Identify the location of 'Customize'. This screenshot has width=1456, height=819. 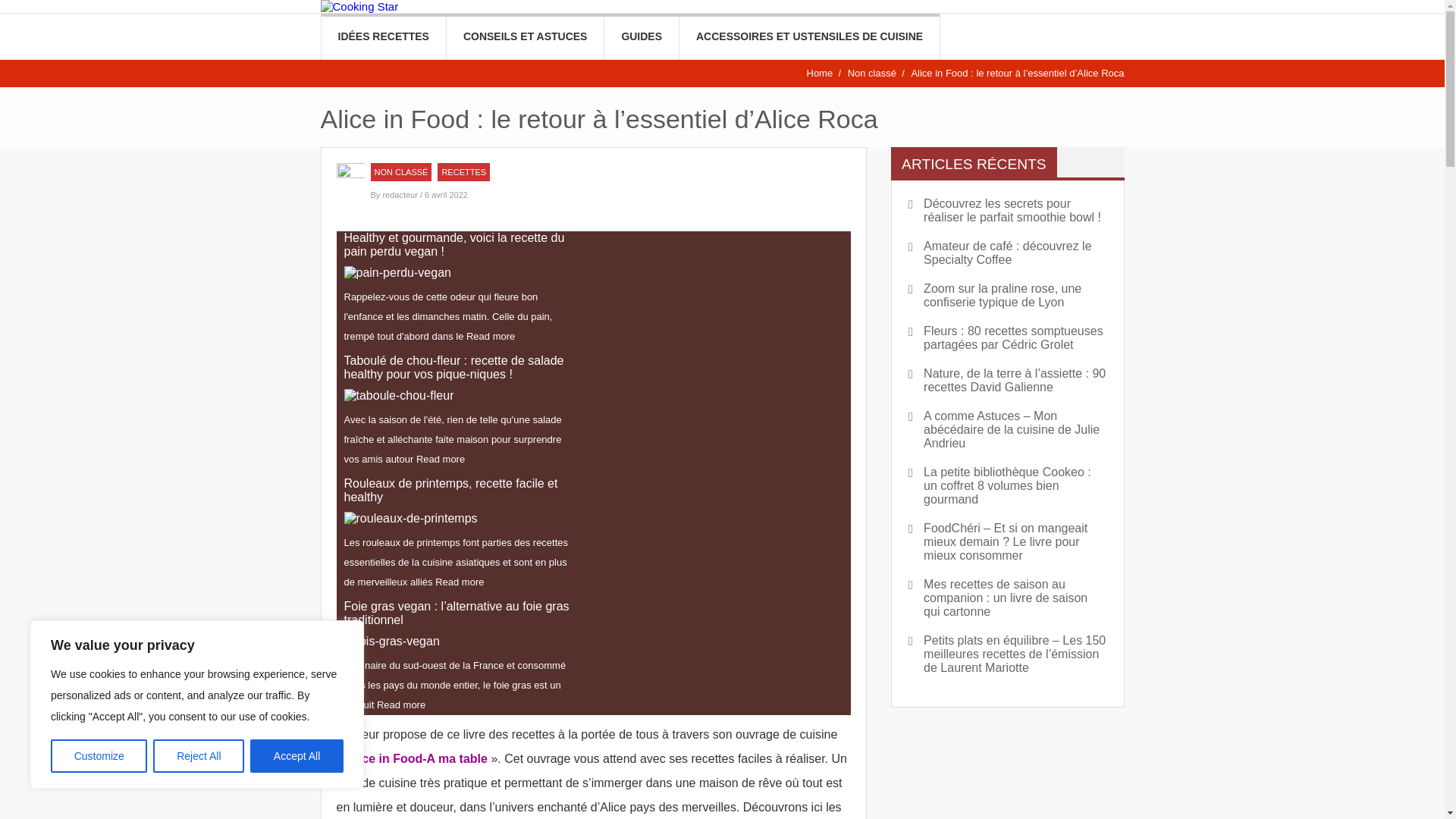
(98, 755).